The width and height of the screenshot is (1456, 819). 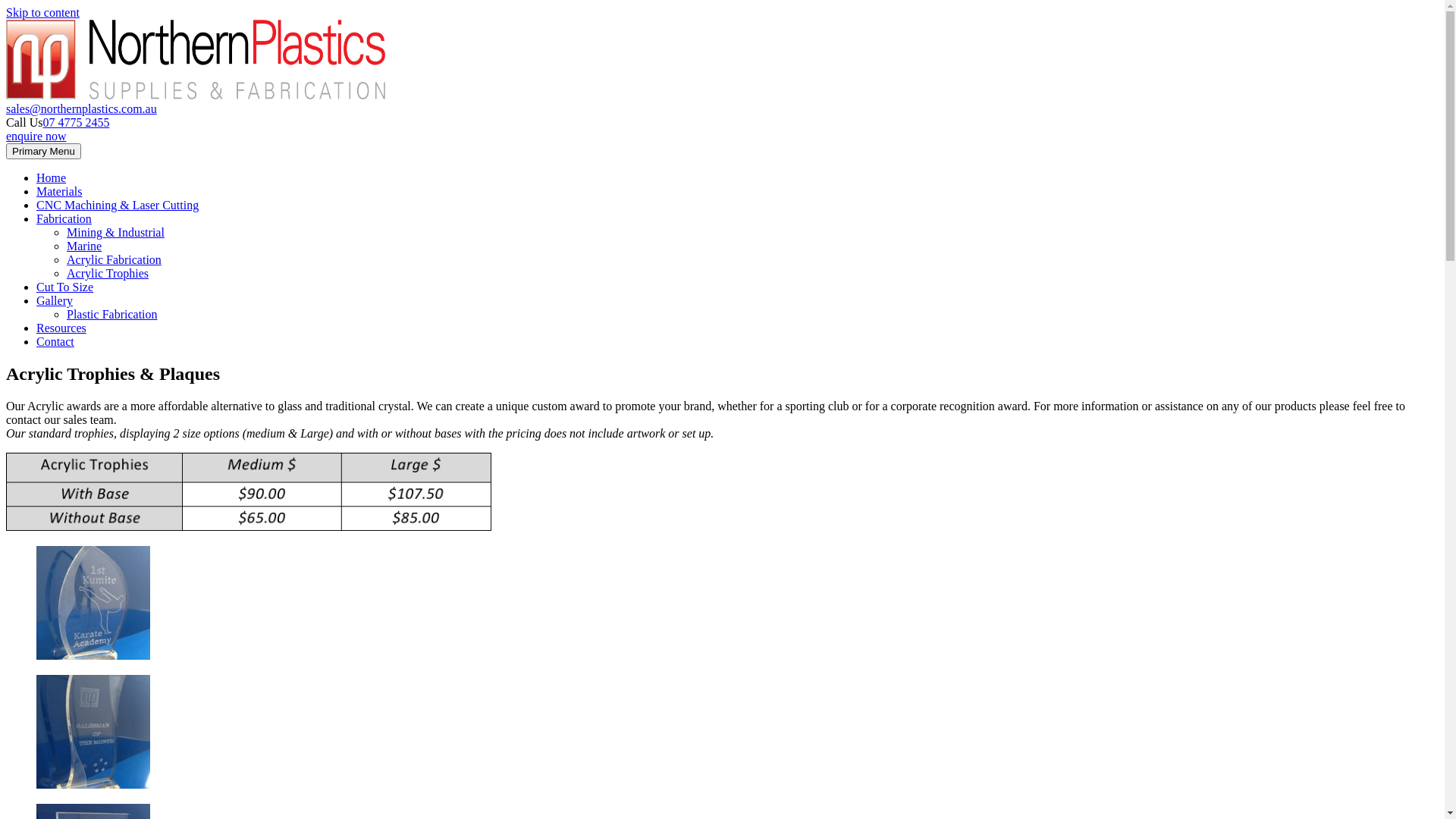 I want to click on 'Plastic Fabrication', so click(x=111, y=313).